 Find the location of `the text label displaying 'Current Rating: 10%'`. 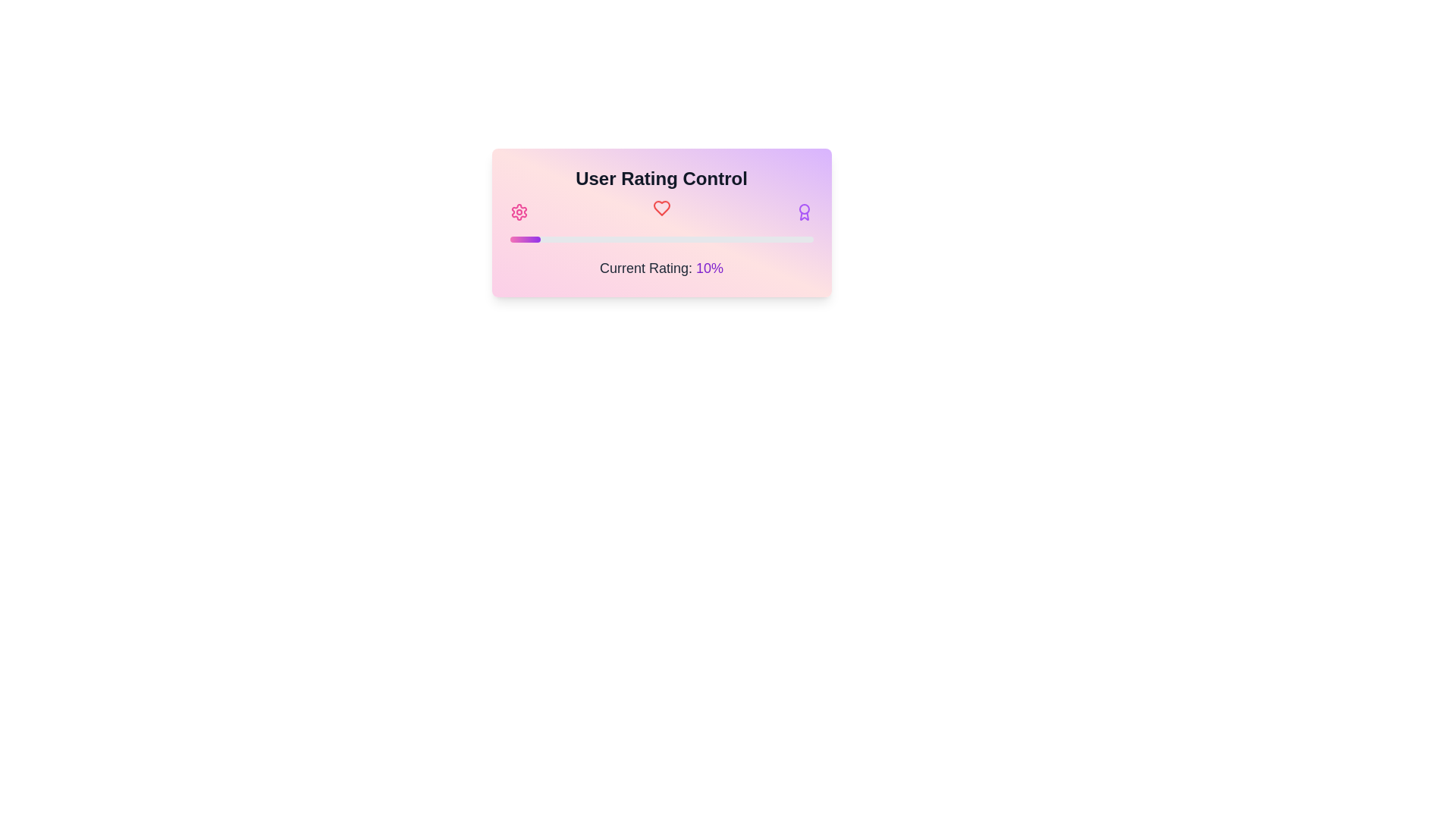

the text label displaying 'Current Rating: 10%' is located at coordinates (661, 268).